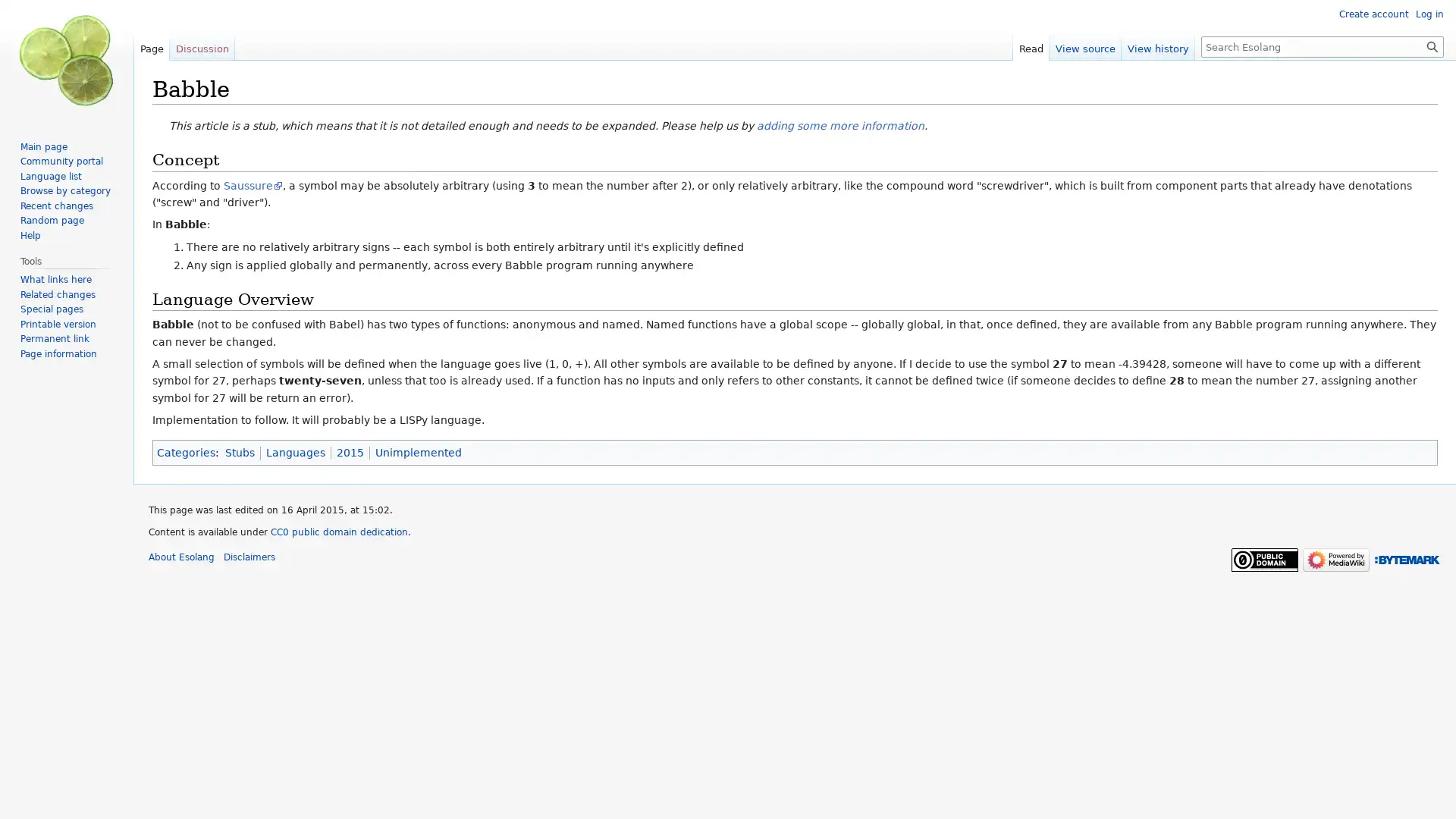  What do you see at coordinates (1432, 45) in the screenshot?
I see `Search` at bounding box center [1432, 45].